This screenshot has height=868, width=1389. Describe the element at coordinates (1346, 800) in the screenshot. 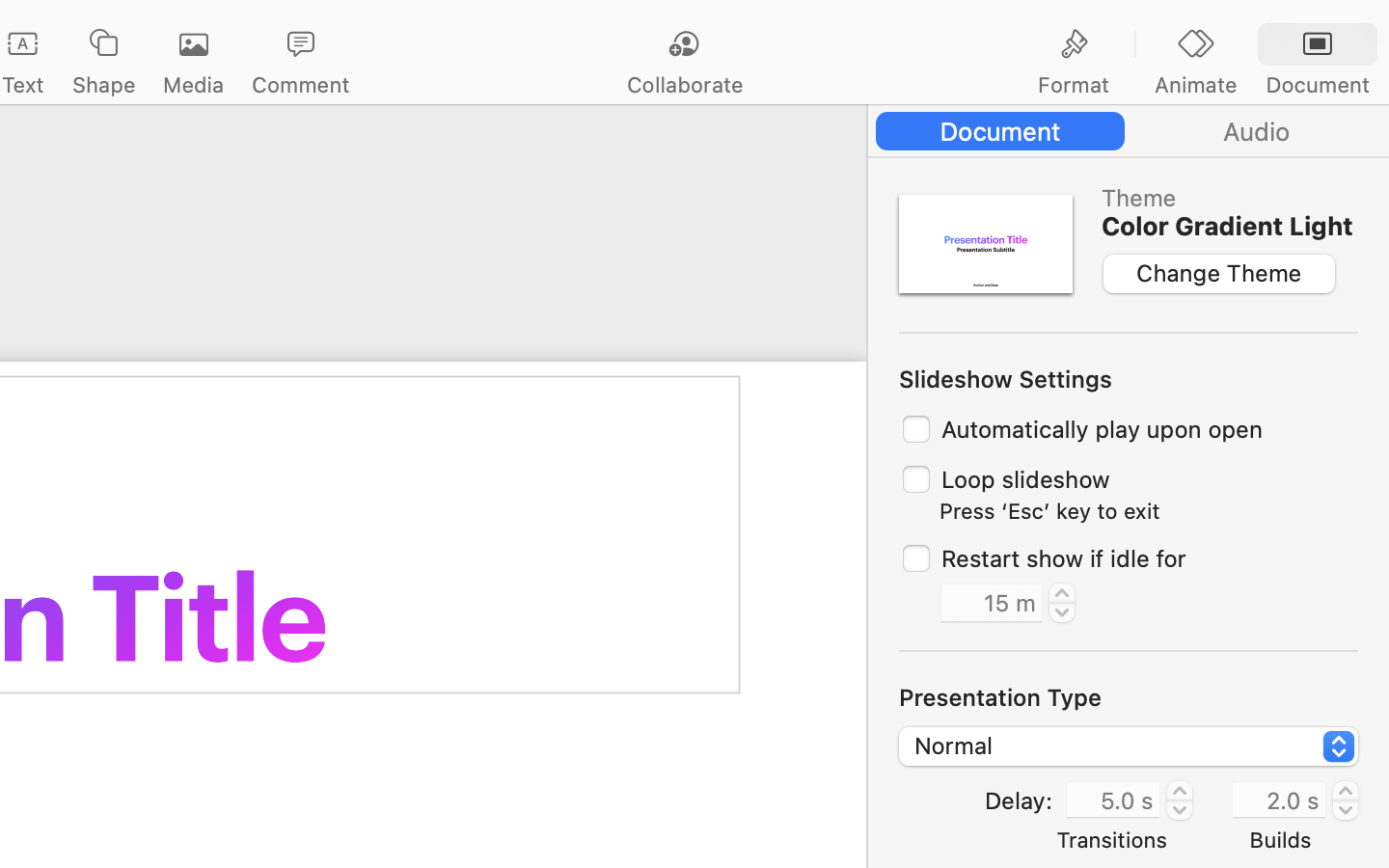

I see `'2.0'` at that location.